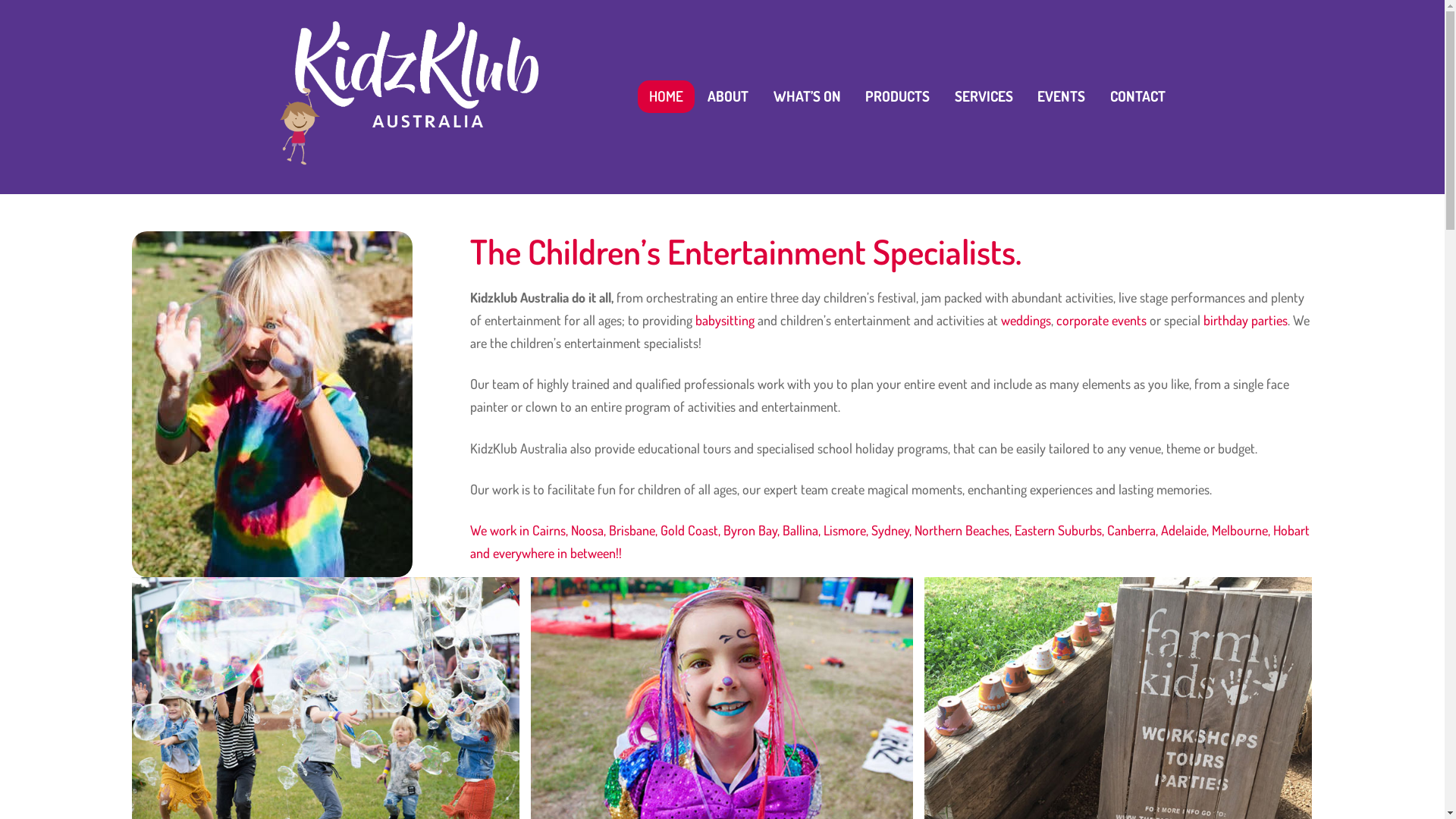  Describe the element at coordinates (983, 96) in the screenshot. I see `'SERVICES'` at that location.